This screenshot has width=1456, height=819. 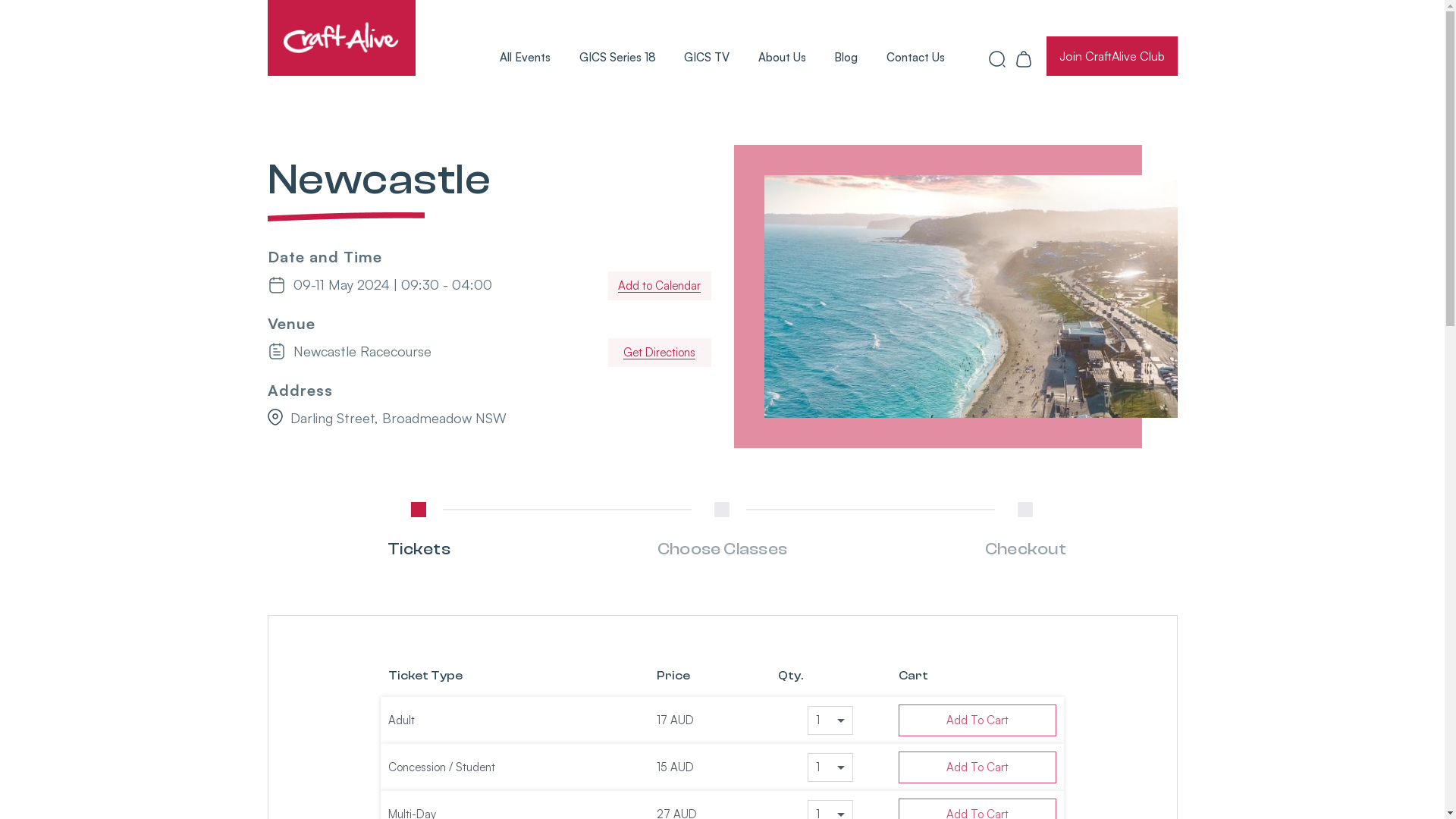 I want to click on 'Blog', so click(x=845, y=57).